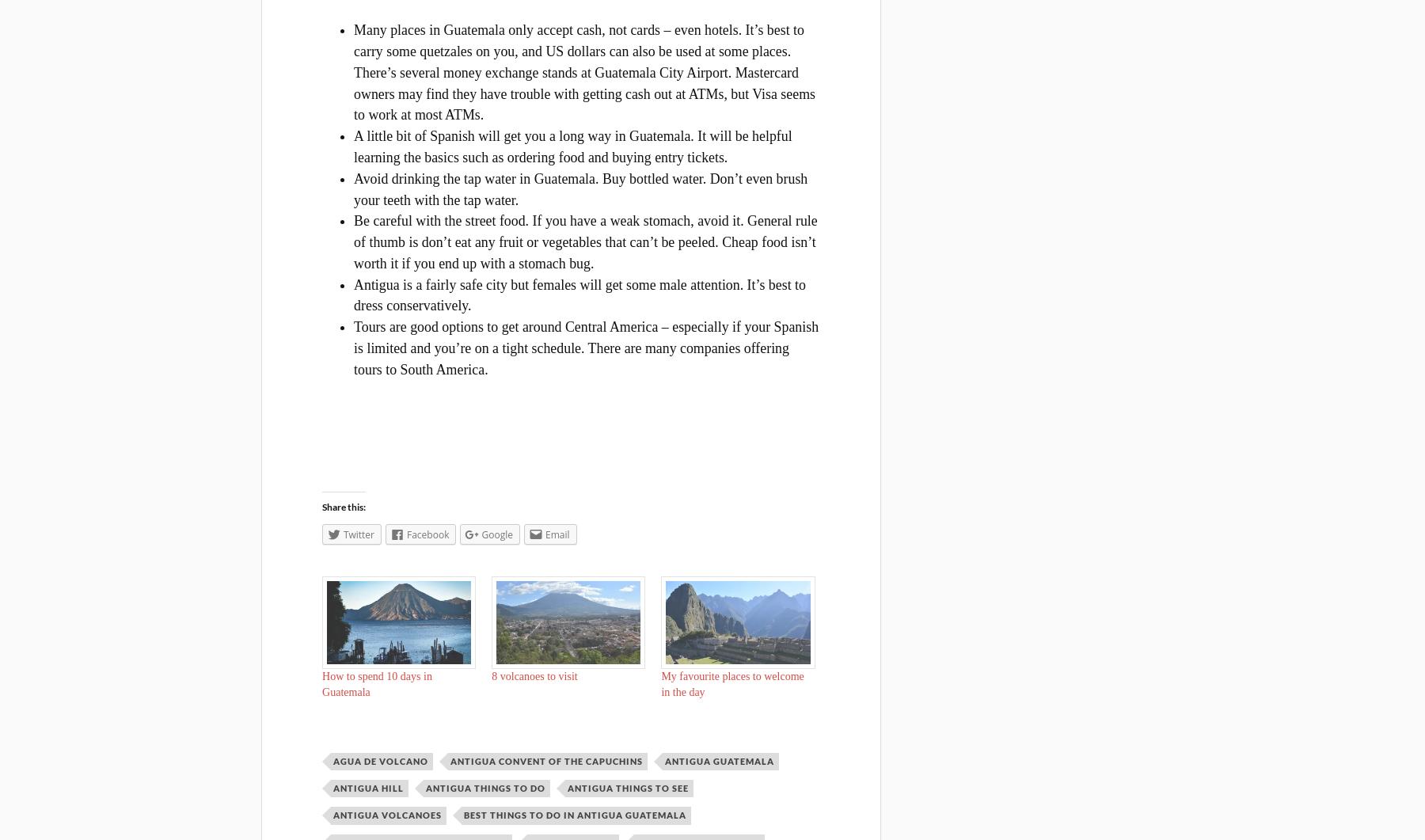 This screenshot has height=840, width=1425. Describe the element at coordinates (427, 533) in the screenshot. I see `'Facebook'` at that location.